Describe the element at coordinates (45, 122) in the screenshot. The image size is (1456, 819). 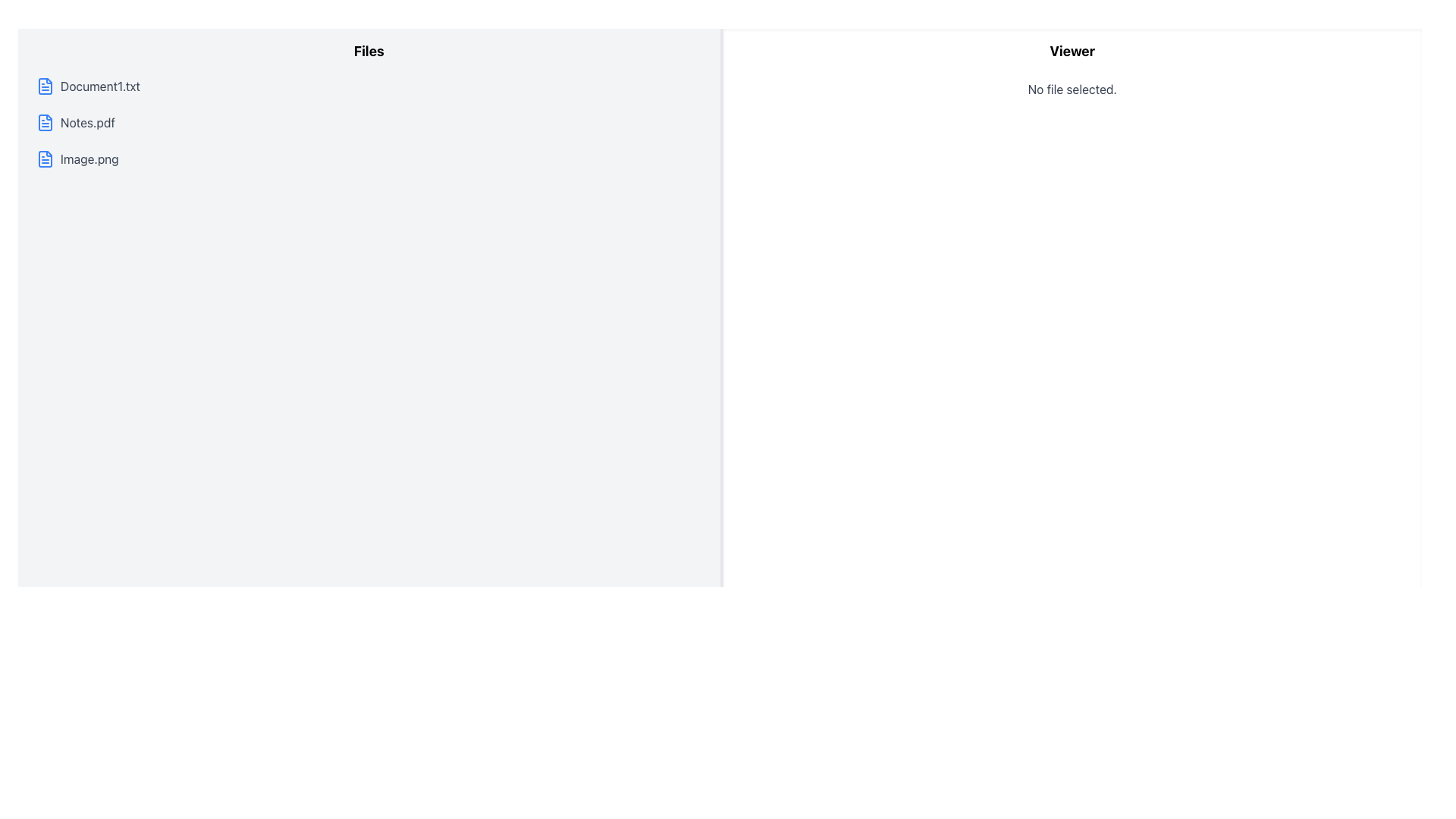
I see `the small document icon with a blue outline located to the left of the text 'Notes.pdf' in the left-hand list of files` at that location.